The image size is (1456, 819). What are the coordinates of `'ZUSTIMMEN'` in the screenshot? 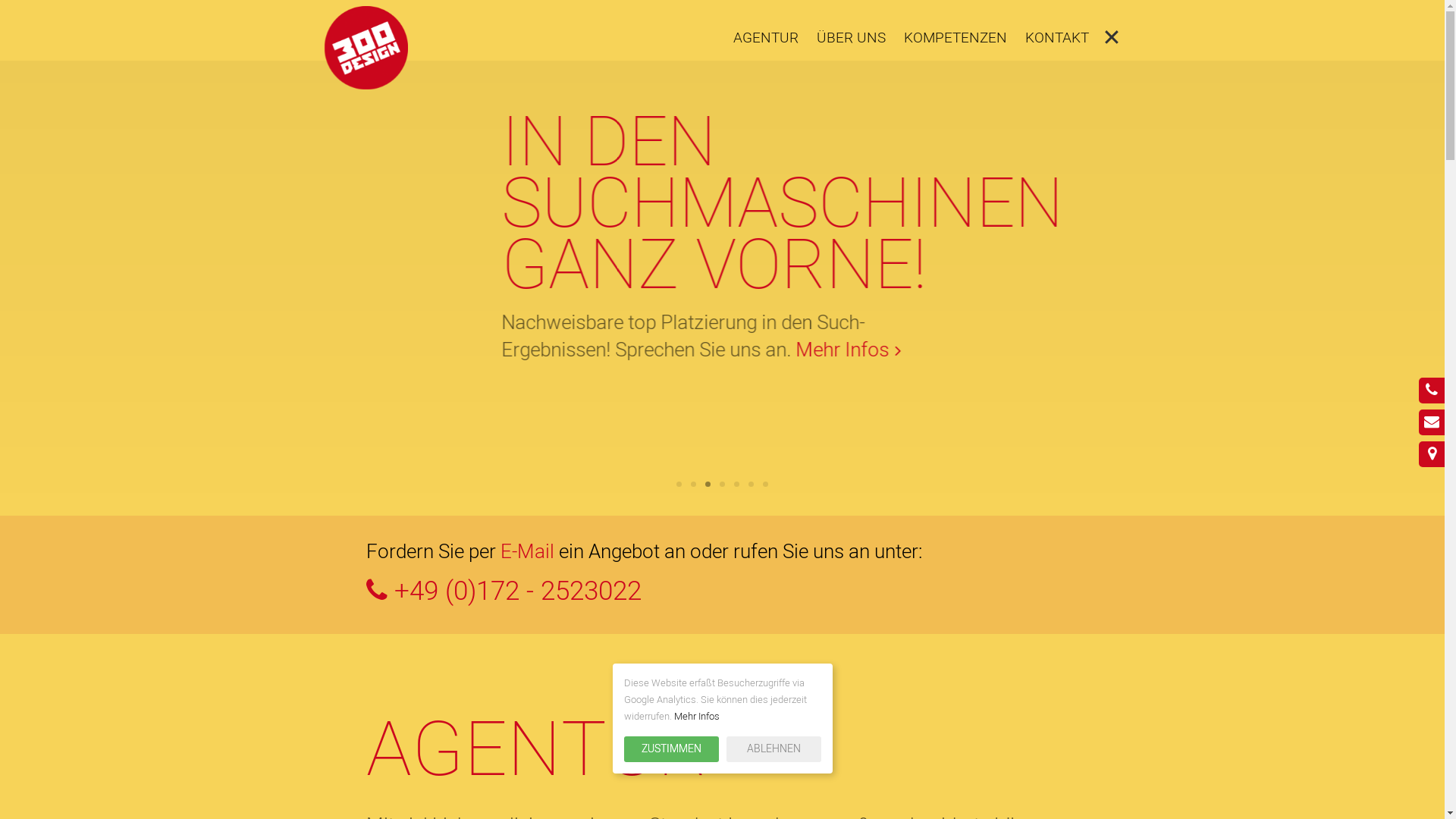 It's located at (670, 748).